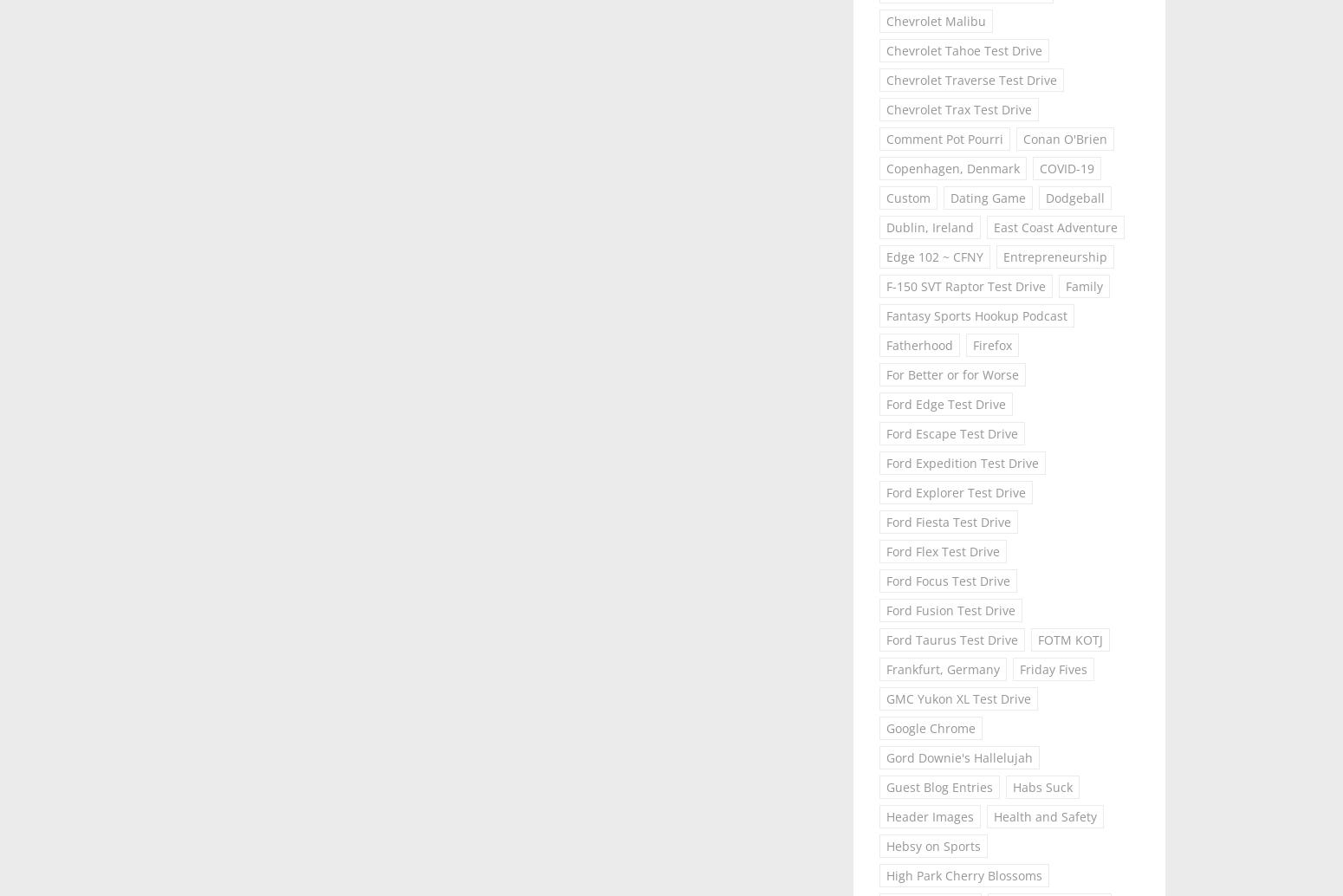 This screenshot has height=896, width=1343. Describe the element at coordinates (952, 168) in the screenshot. I see `'Copenhagen, Denmark'` at that location.